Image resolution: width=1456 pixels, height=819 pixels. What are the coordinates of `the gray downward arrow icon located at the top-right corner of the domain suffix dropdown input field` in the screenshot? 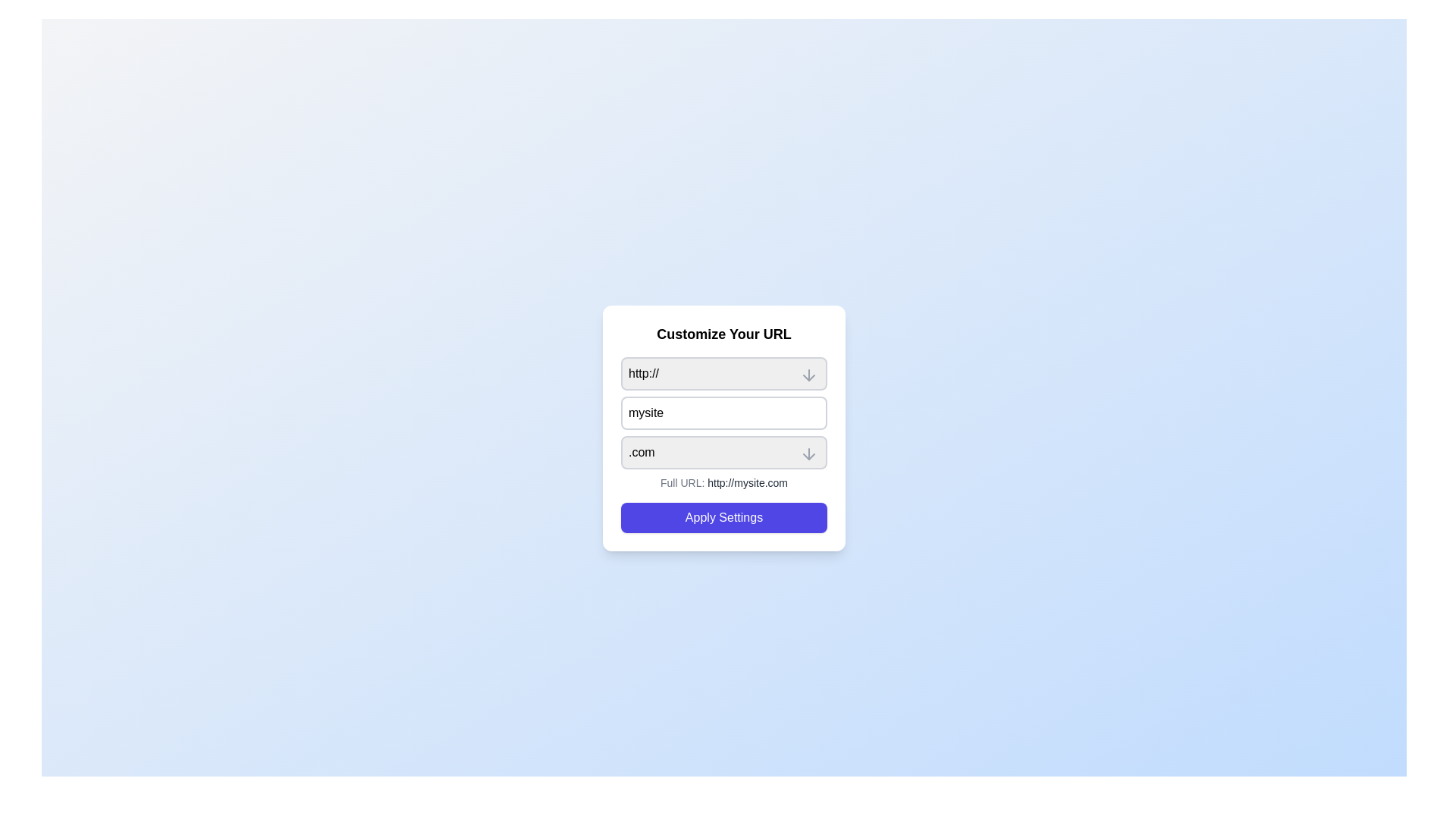 It's located at (808, 453).